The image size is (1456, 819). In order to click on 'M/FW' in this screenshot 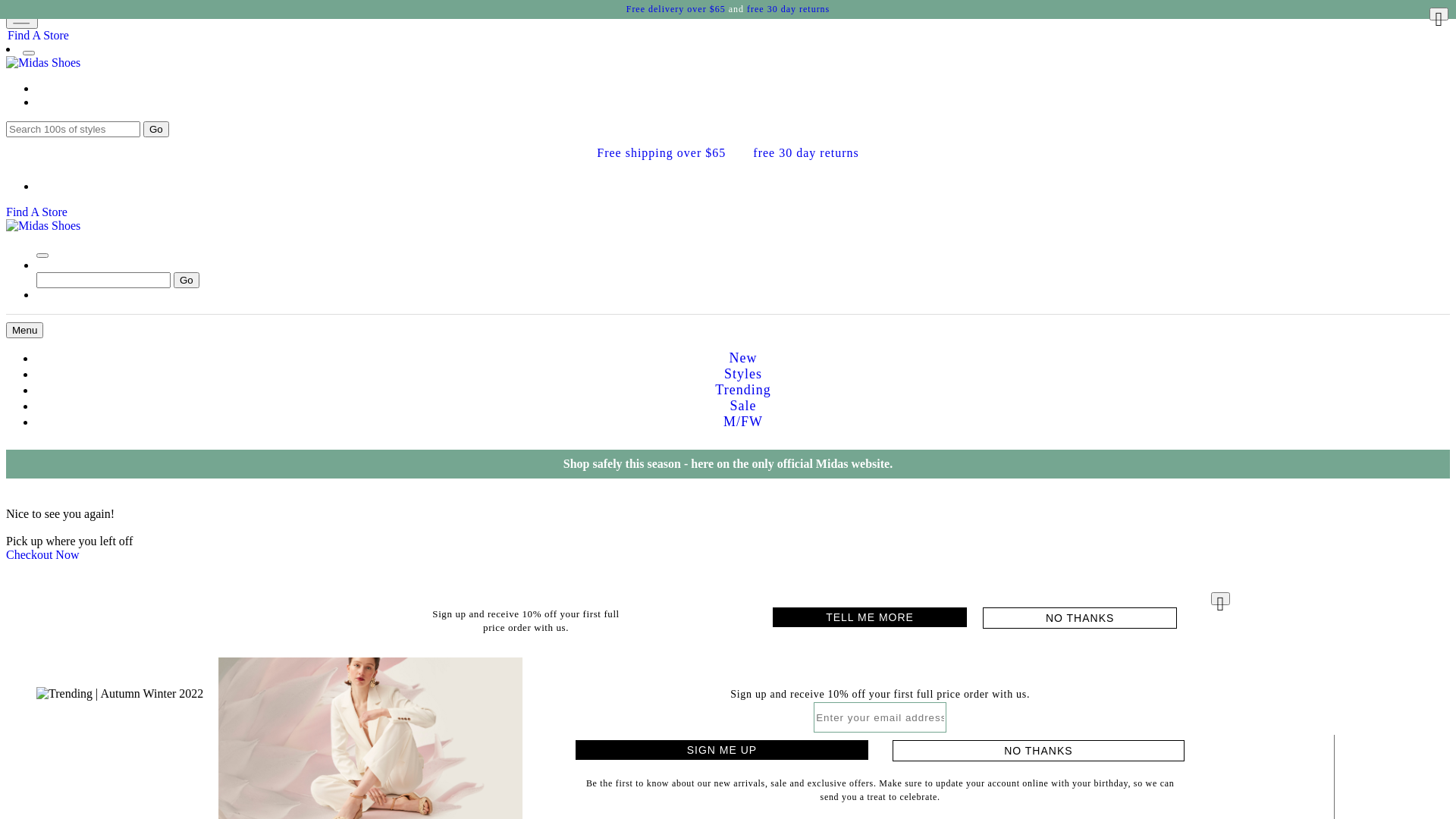, I will do `click(742, 421)`.